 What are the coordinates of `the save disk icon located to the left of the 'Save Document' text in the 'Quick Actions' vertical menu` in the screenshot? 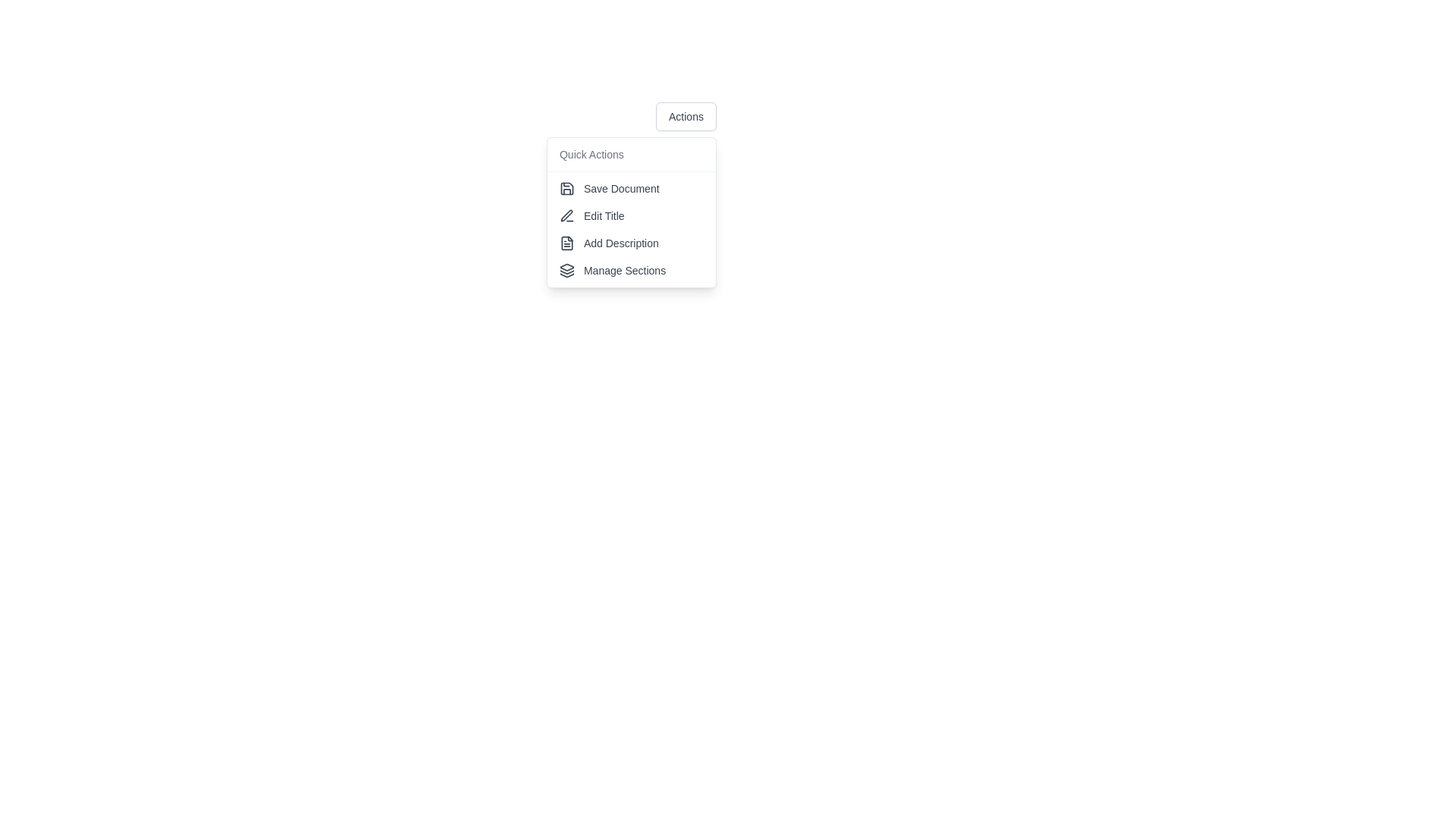 It's located at (566, 188).